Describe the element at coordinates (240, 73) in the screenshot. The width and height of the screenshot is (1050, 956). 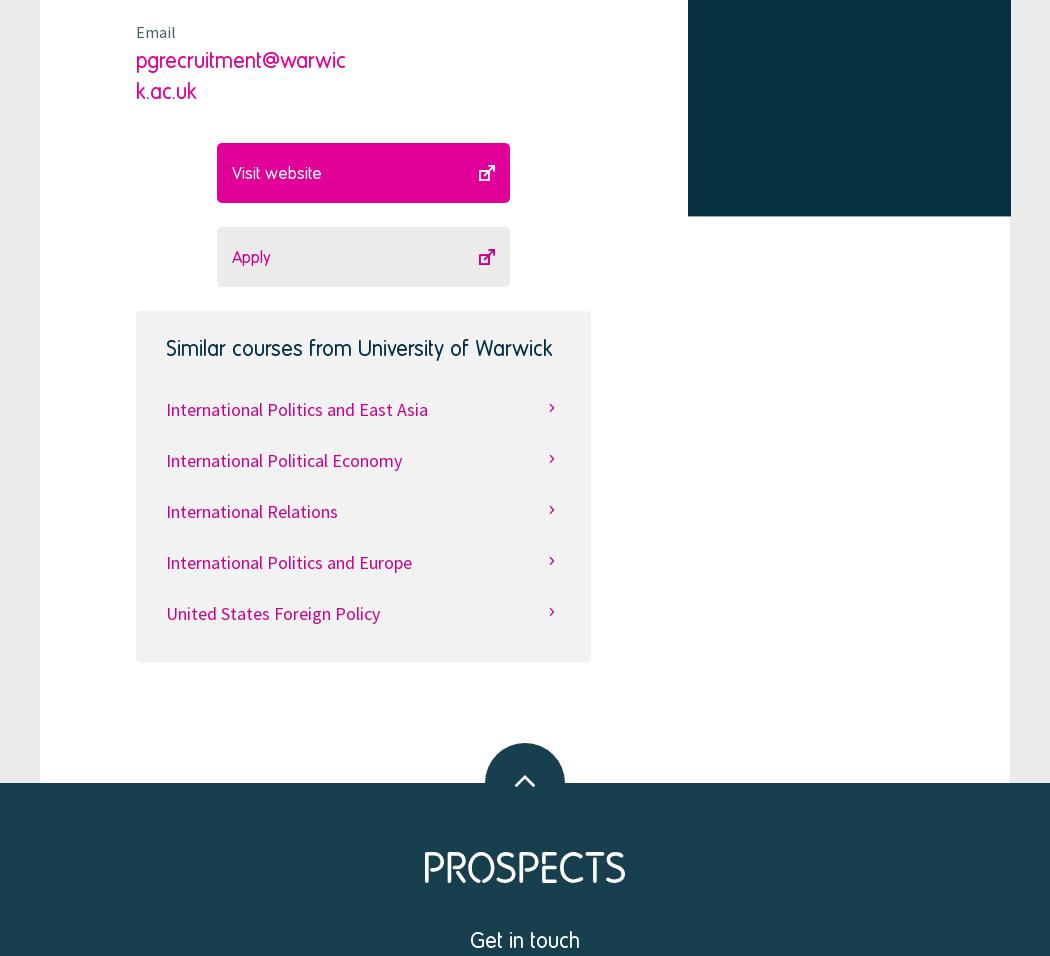
I see `'pgrecruitment@warwick.ac.uk'` at that location.